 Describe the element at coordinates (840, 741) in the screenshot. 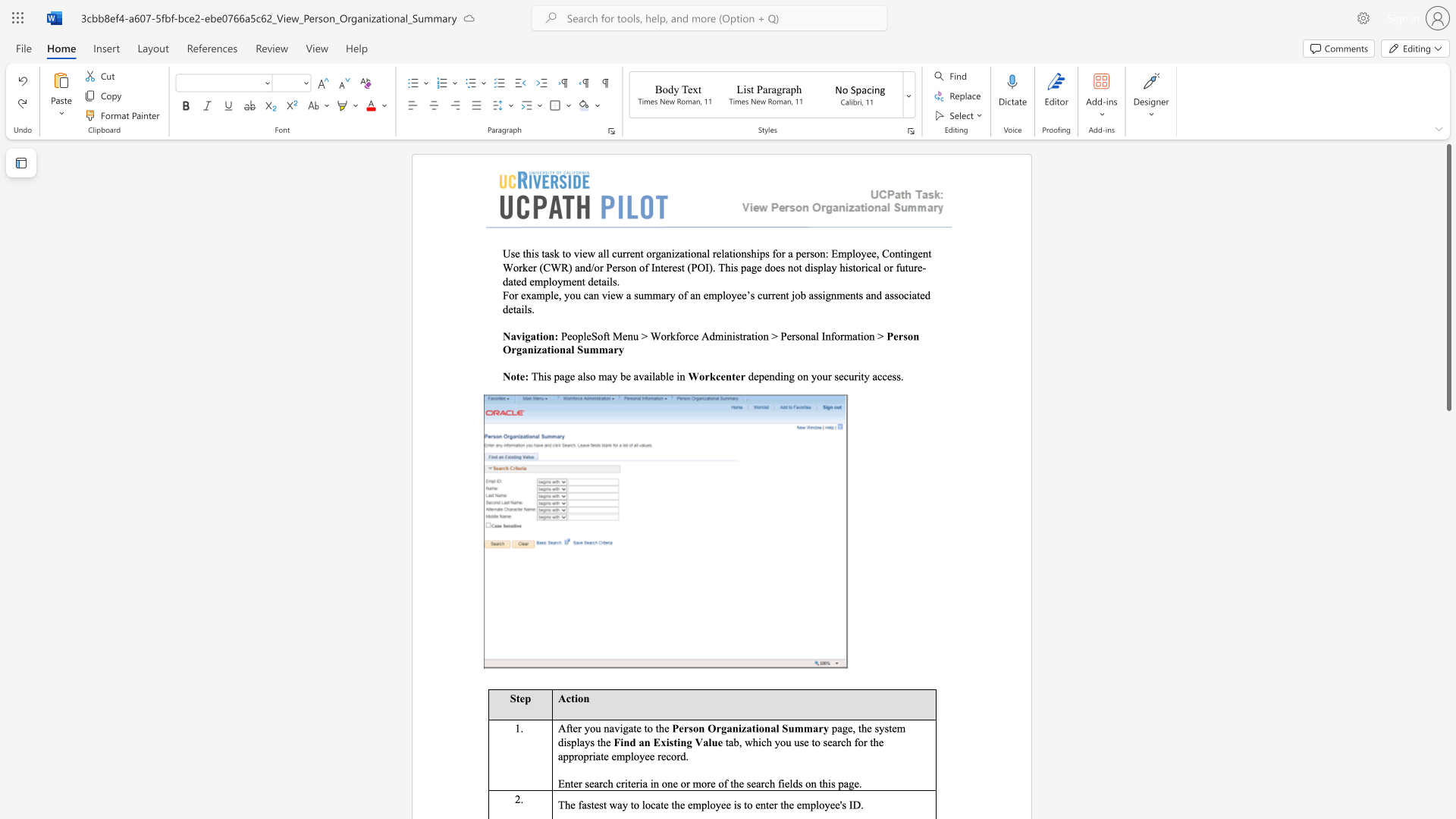

I see `the subset text "ch for the appropriate employee r" within the text "tab, which you use to search for the appropriate employee record."` at that location.